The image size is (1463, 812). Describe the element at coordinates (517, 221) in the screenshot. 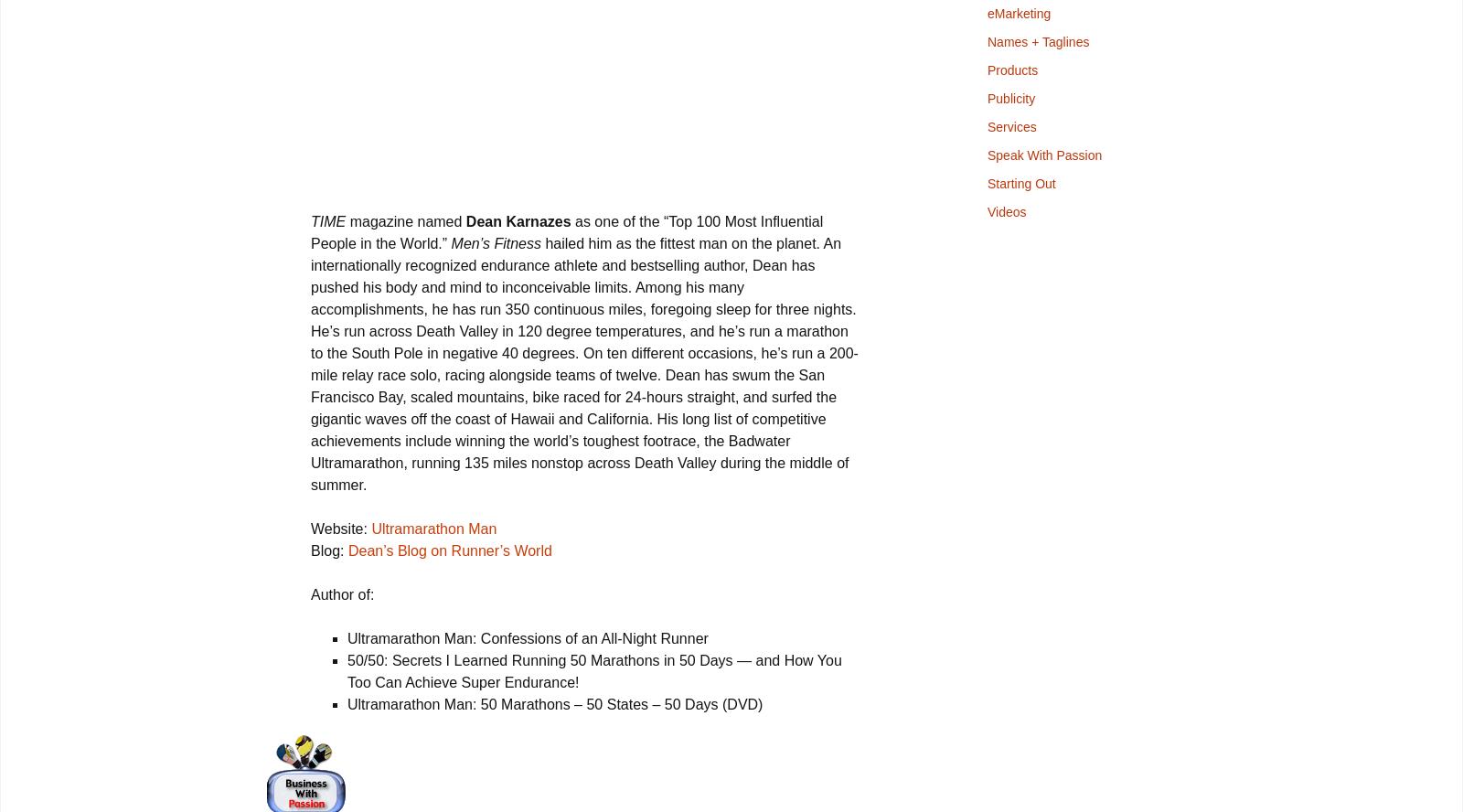

I see `'Dean Karnazes'` at that location.